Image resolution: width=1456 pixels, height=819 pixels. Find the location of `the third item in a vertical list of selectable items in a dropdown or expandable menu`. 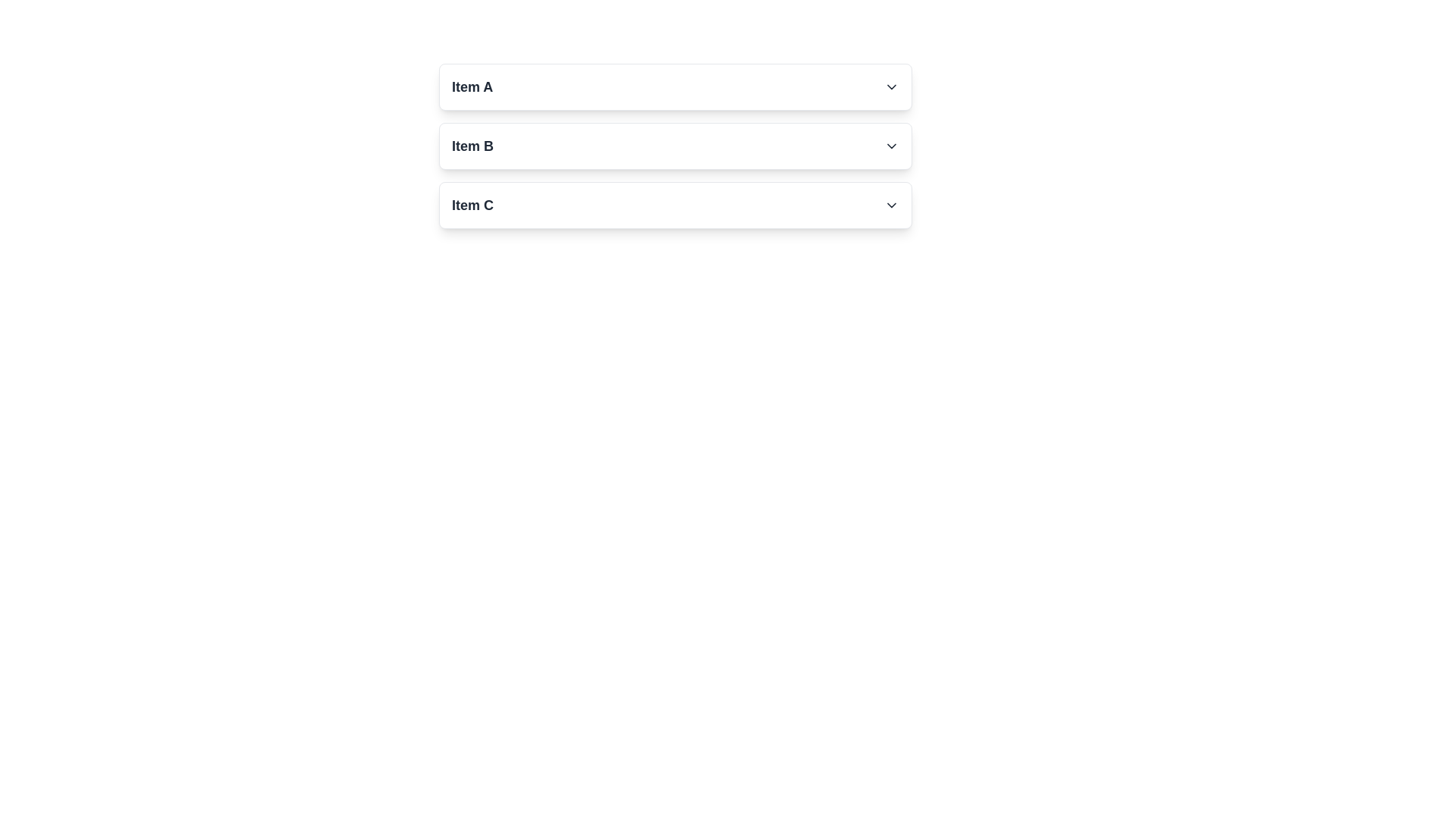

the third item in a vertical list of selectable items in a dropdown or expandable menu is located at coordinates (675, 205).